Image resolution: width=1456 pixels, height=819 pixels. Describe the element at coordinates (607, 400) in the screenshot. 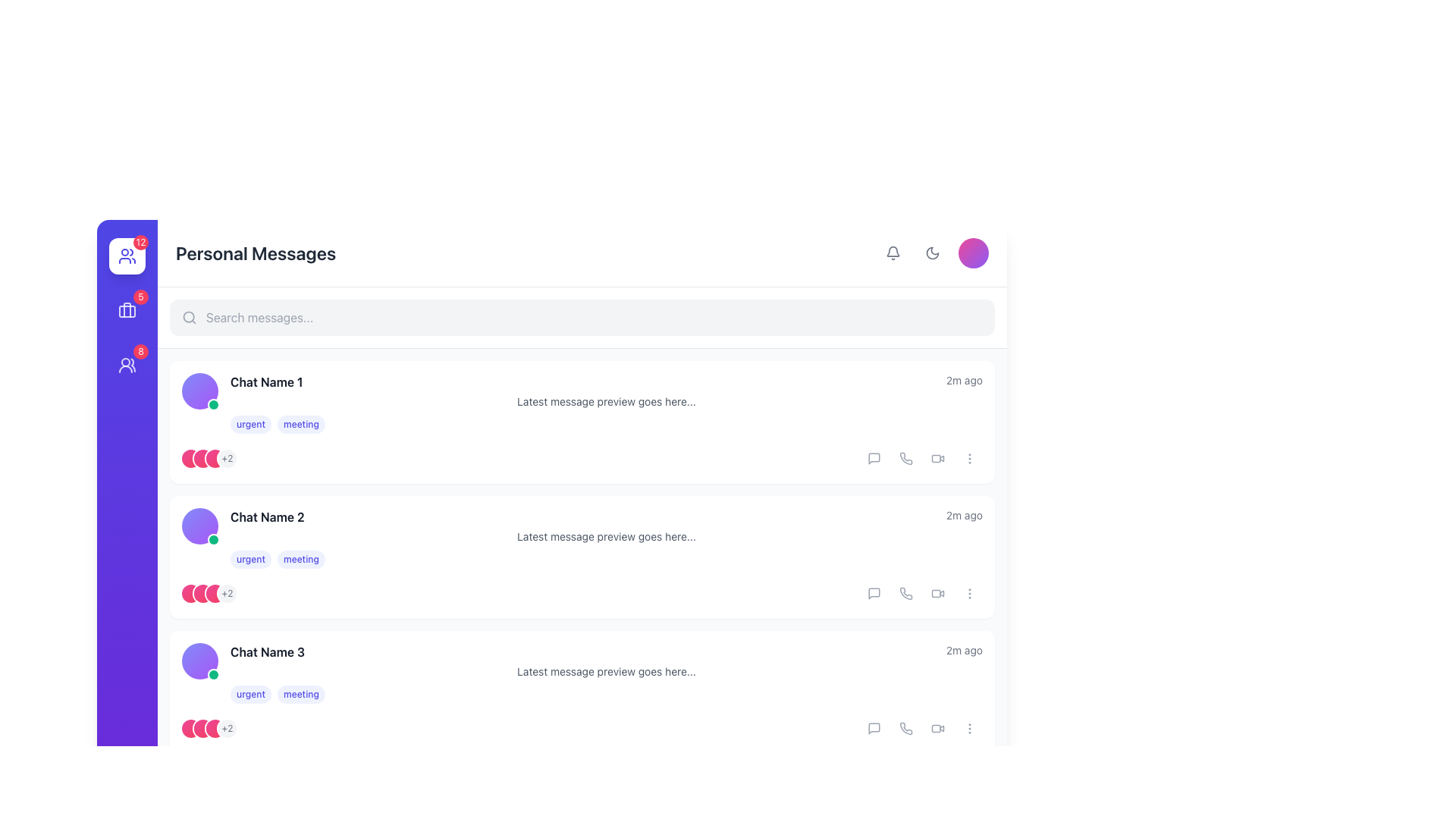

I see `the chat by clicking the Text label that serves as a preview of the latest message in the chat, located beneath the Chat Name and time information` at that location.